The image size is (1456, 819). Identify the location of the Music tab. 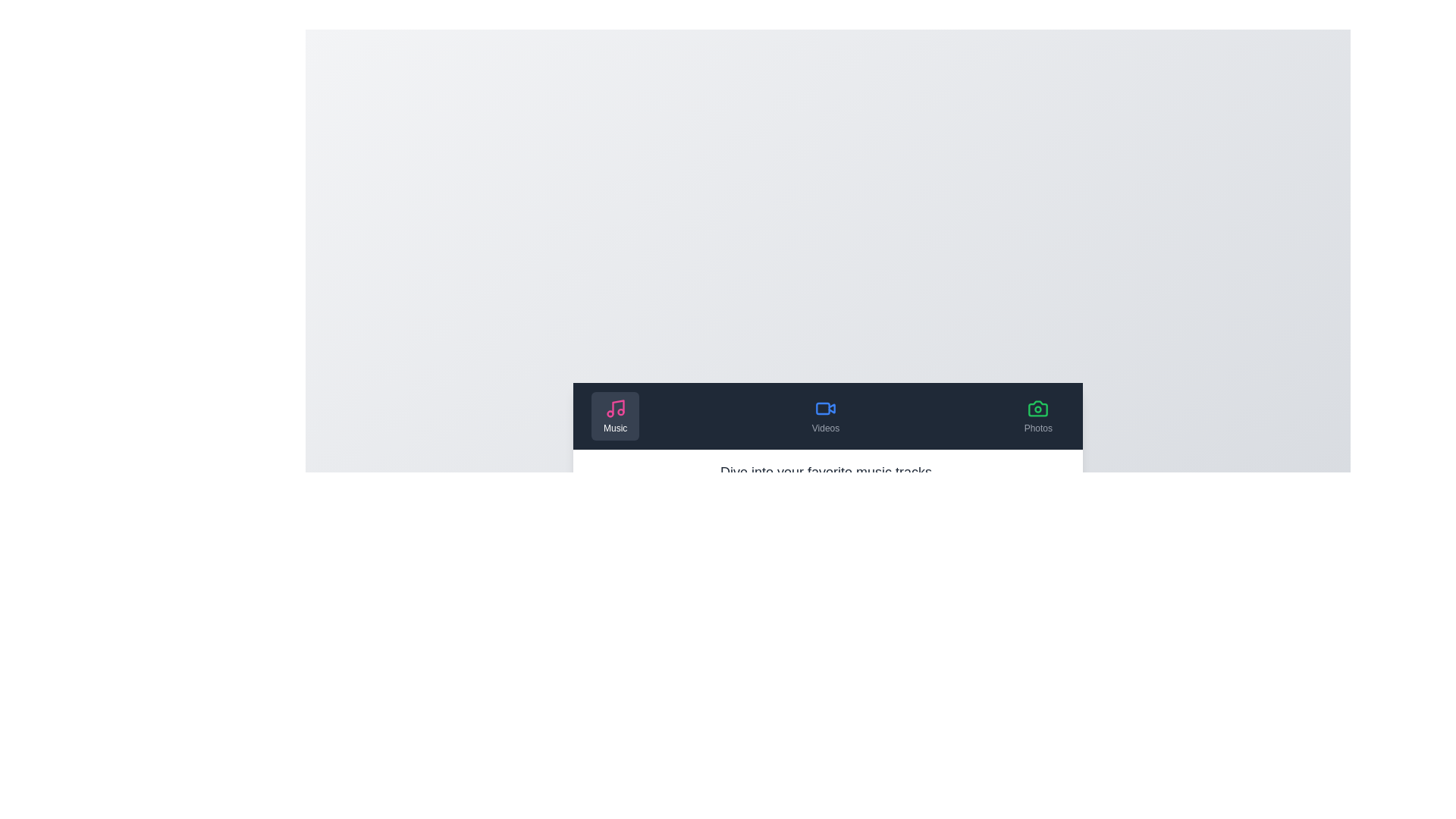
(615, 416).